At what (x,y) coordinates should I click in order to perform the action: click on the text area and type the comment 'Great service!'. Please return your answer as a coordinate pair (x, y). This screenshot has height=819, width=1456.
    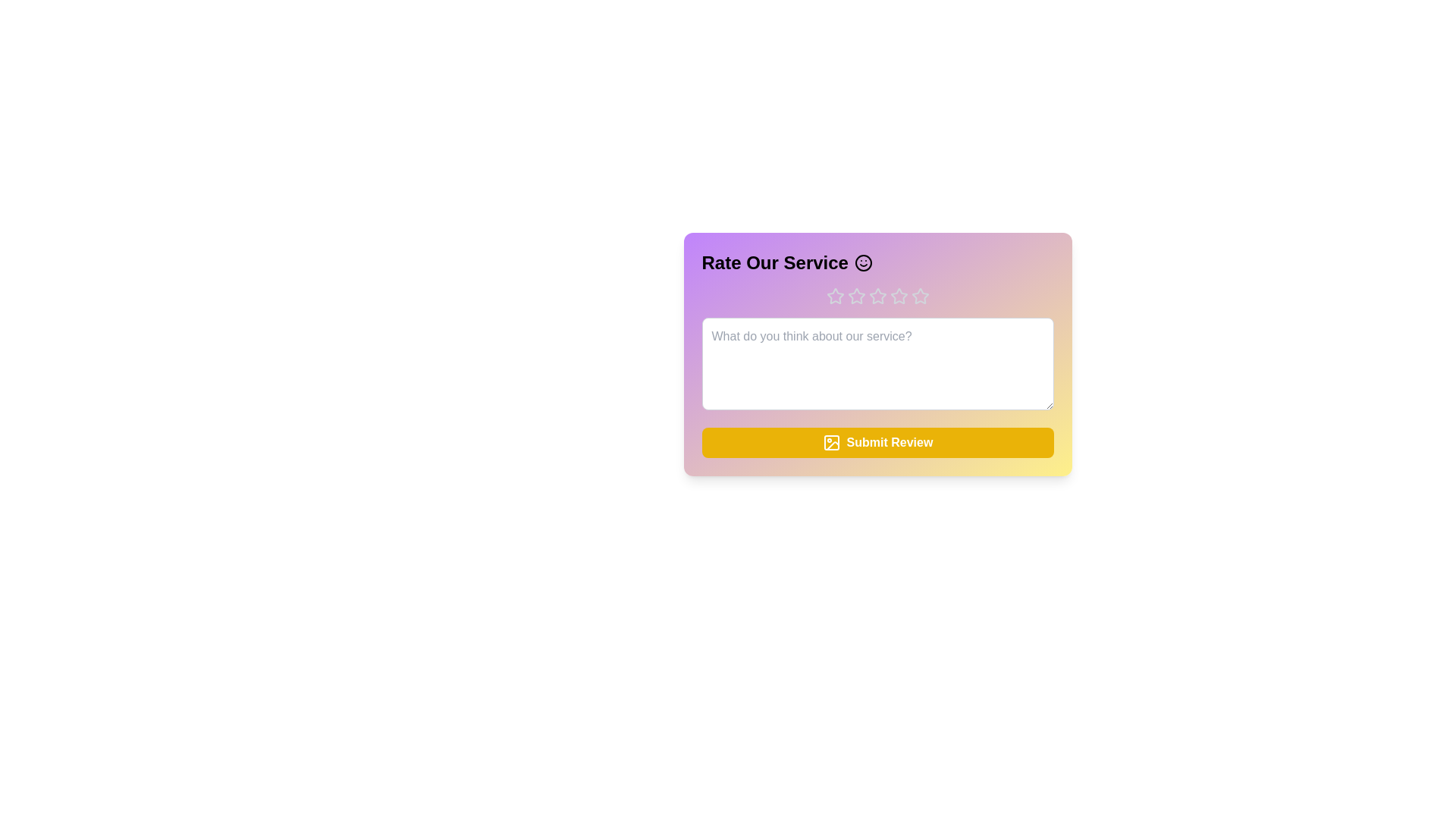
    Looking at the image, I should click on (877, 363).